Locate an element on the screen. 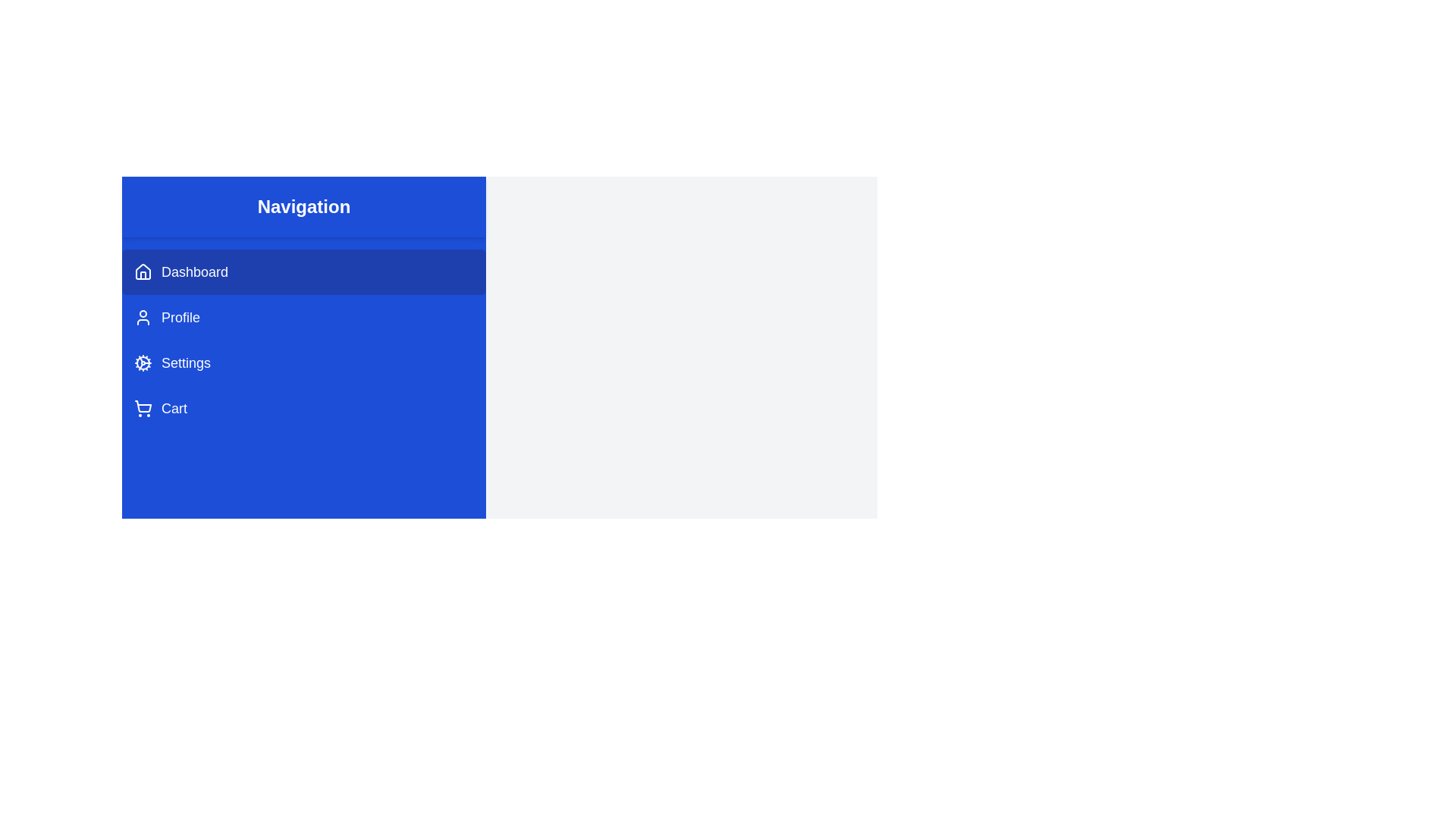 The width and height of the screenshot is (1456, 819). the header element at the top of the sidebar which serves as the title for the section containing links like 'Dashboard', 'Profile', 'Settings', and 'Cart' is located at coordinates (303, 207).